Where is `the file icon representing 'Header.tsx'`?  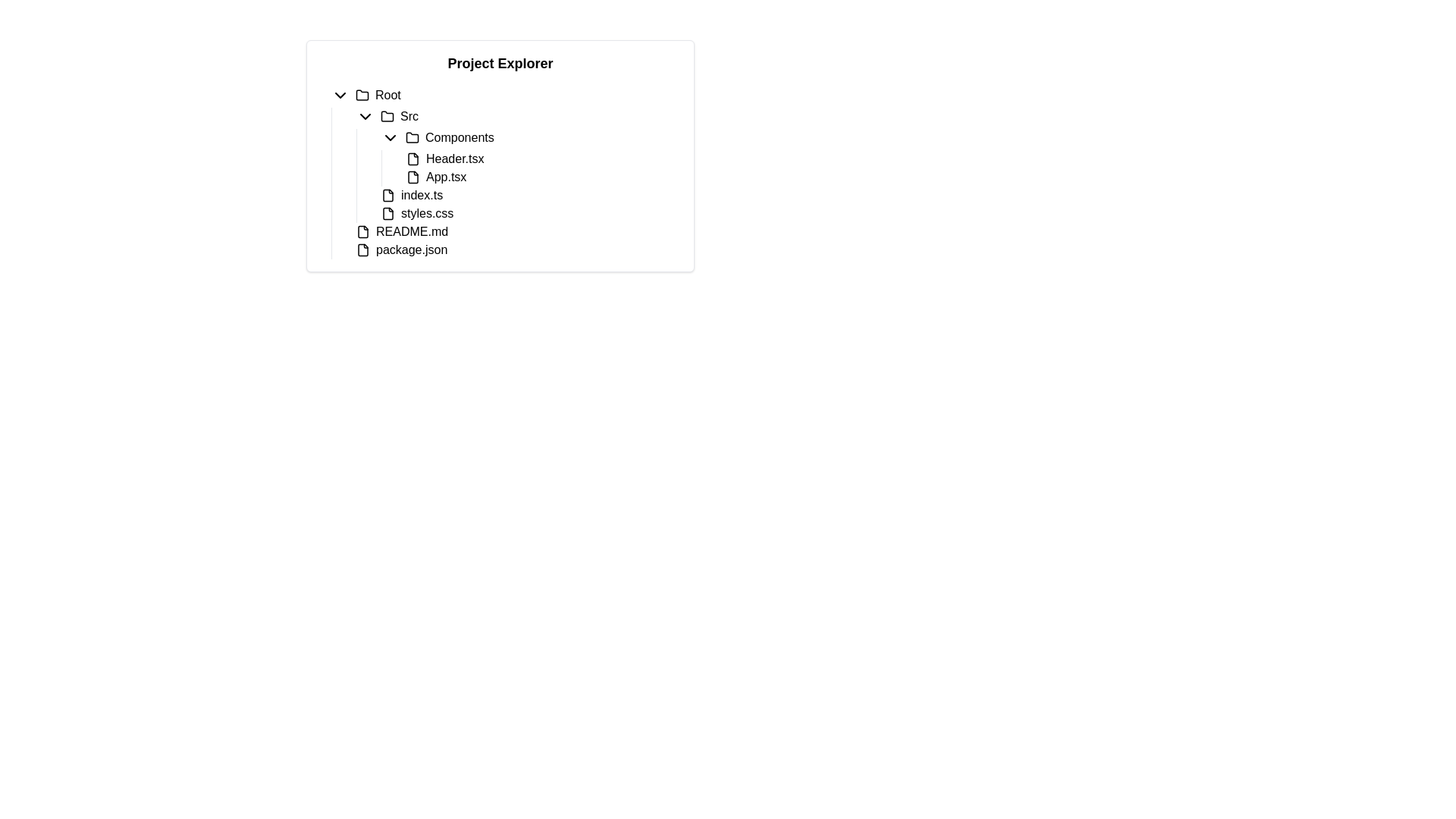
the file icon representing 'Header.tsx' is located at coordinates (413, 158).